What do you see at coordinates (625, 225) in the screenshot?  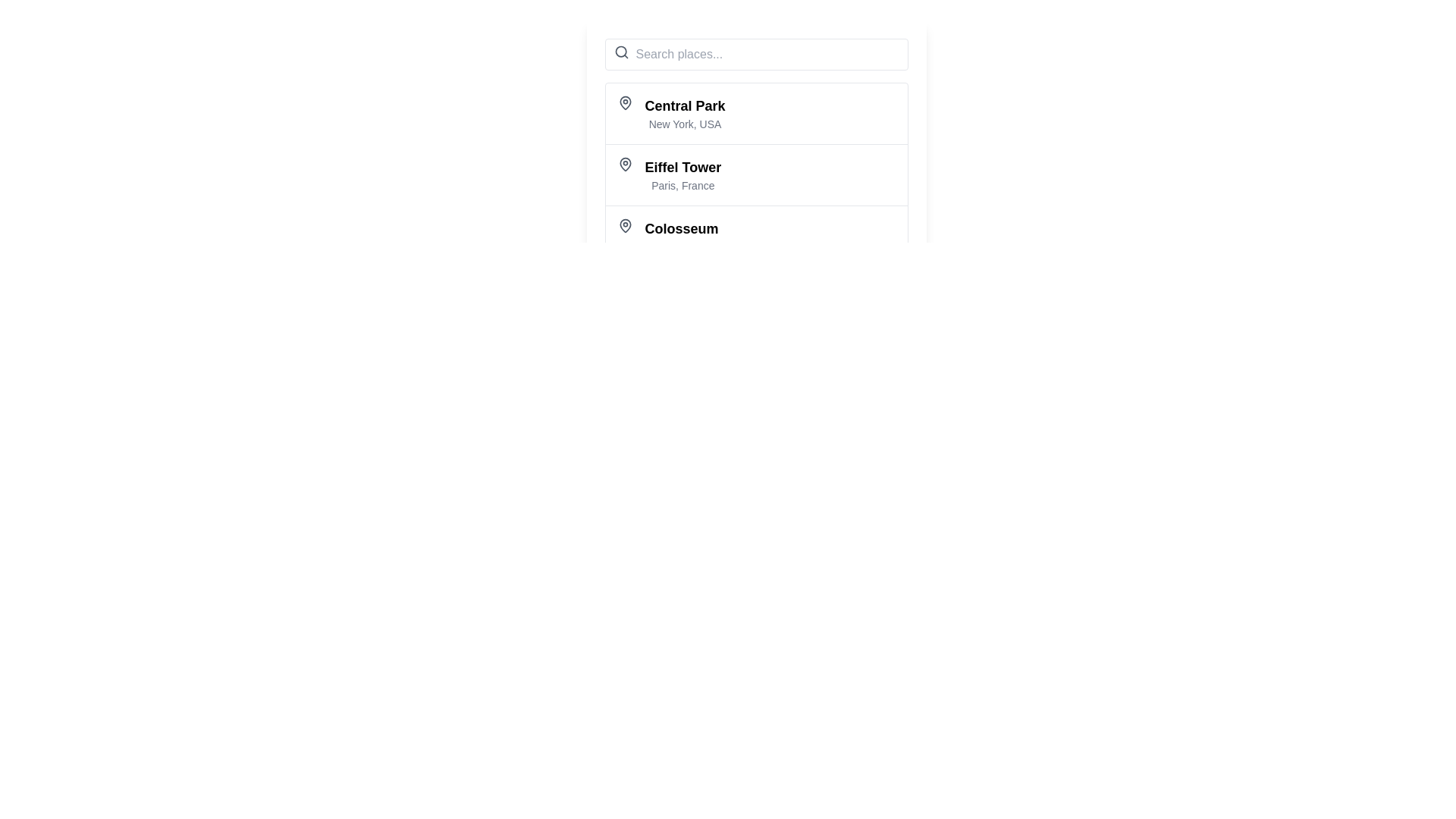 I see `the gray pin icon located at the start of the Colosseum entry row, adjacent to the text 'Colosseum, Rome, Italy.'` at bounding box center [625, 225].